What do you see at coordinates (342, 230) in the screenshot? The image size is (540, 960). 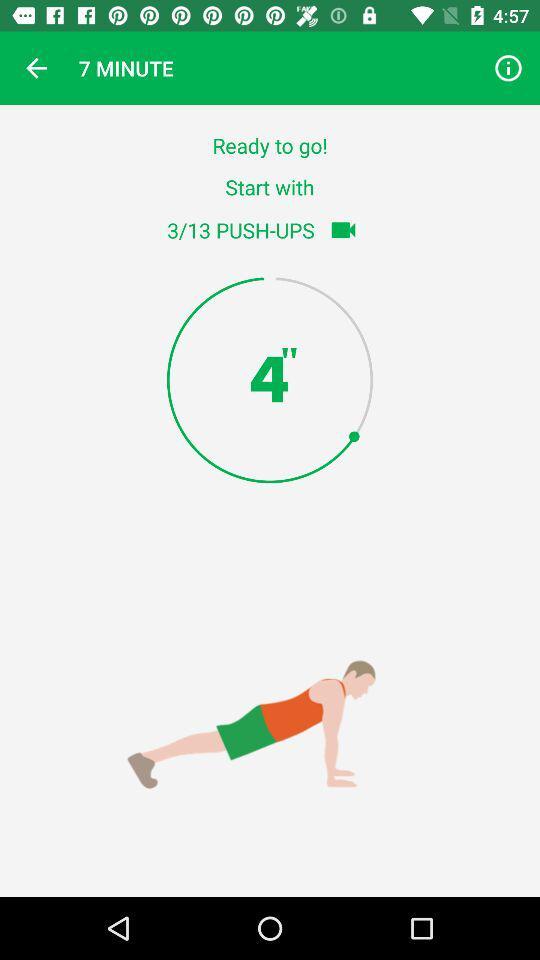 I see `the item below start with` at bounding box center [342, 230].